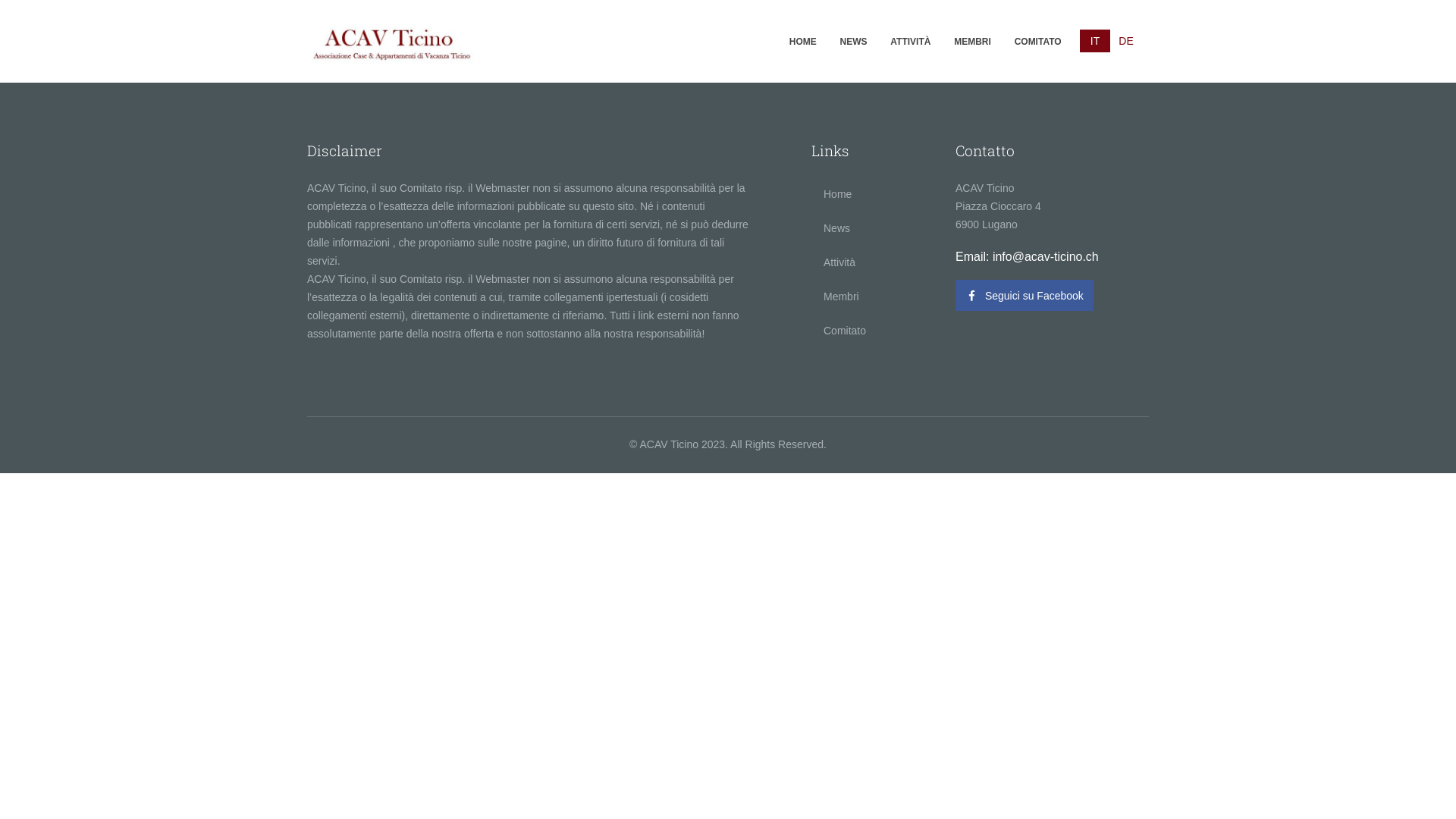  I want to click on 'News', so click(872, 227).